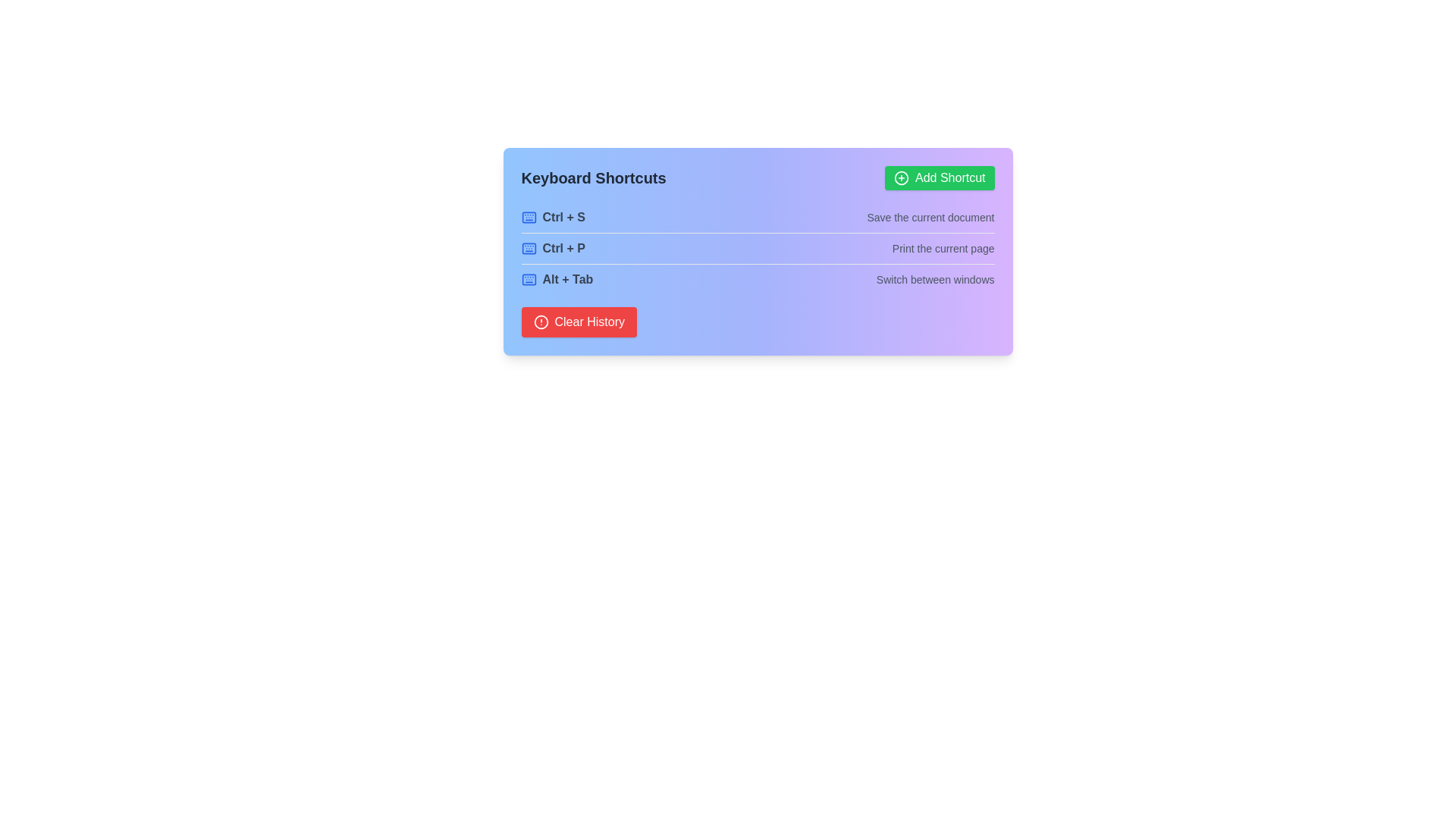 This screenshot has width=1456, height=819. I want to click on the Circular alert icon within the SVG, which serves as a warning indicator related to the 'Clear History' button, so click(541, 321).